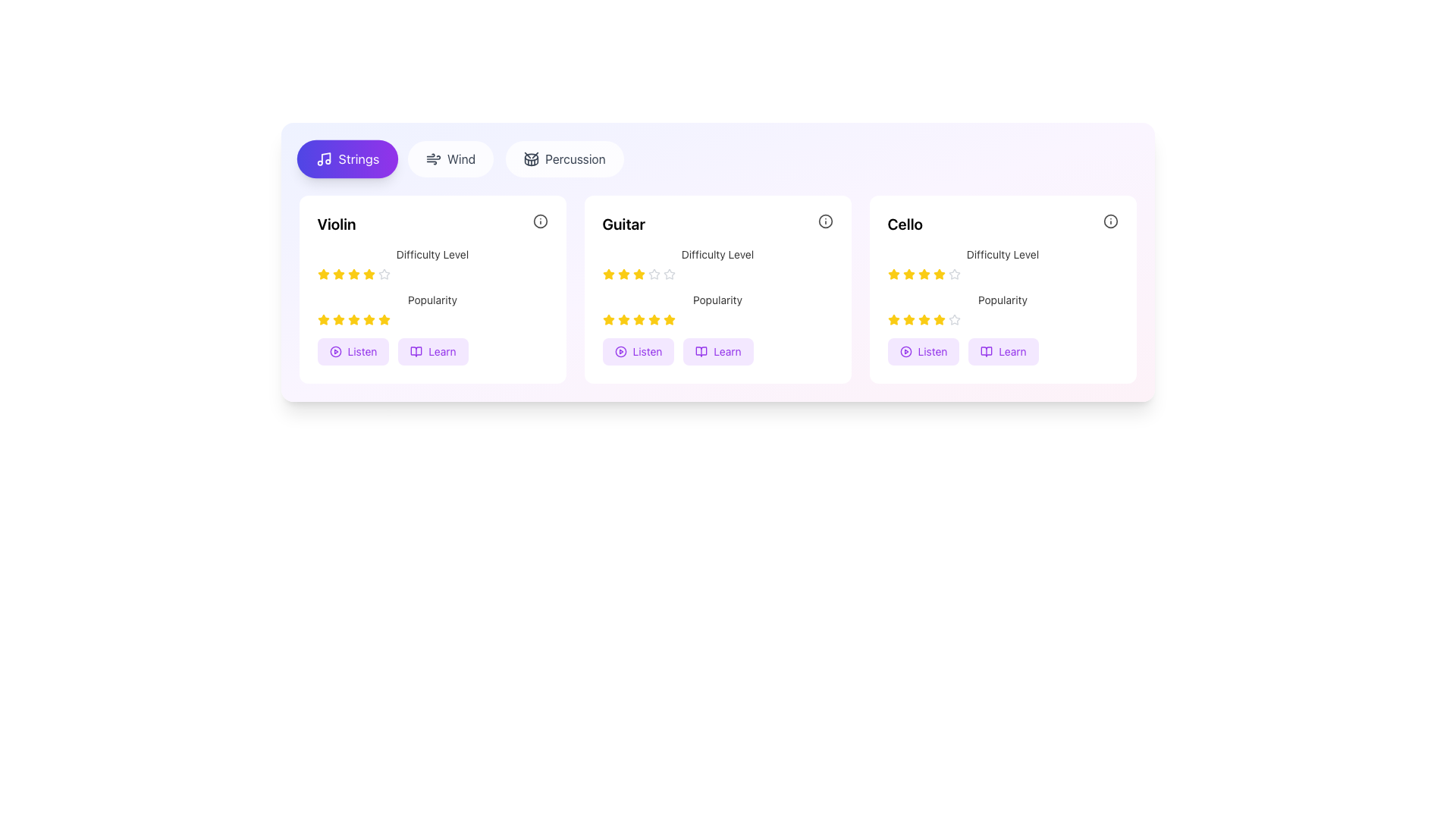  What do you see at coordinates (639, 275) in the screenshot?
I see `the fourth star icon representing the 'Difficulty Level' rating for the 'Guitar' course` at bounding box center [639, 275].